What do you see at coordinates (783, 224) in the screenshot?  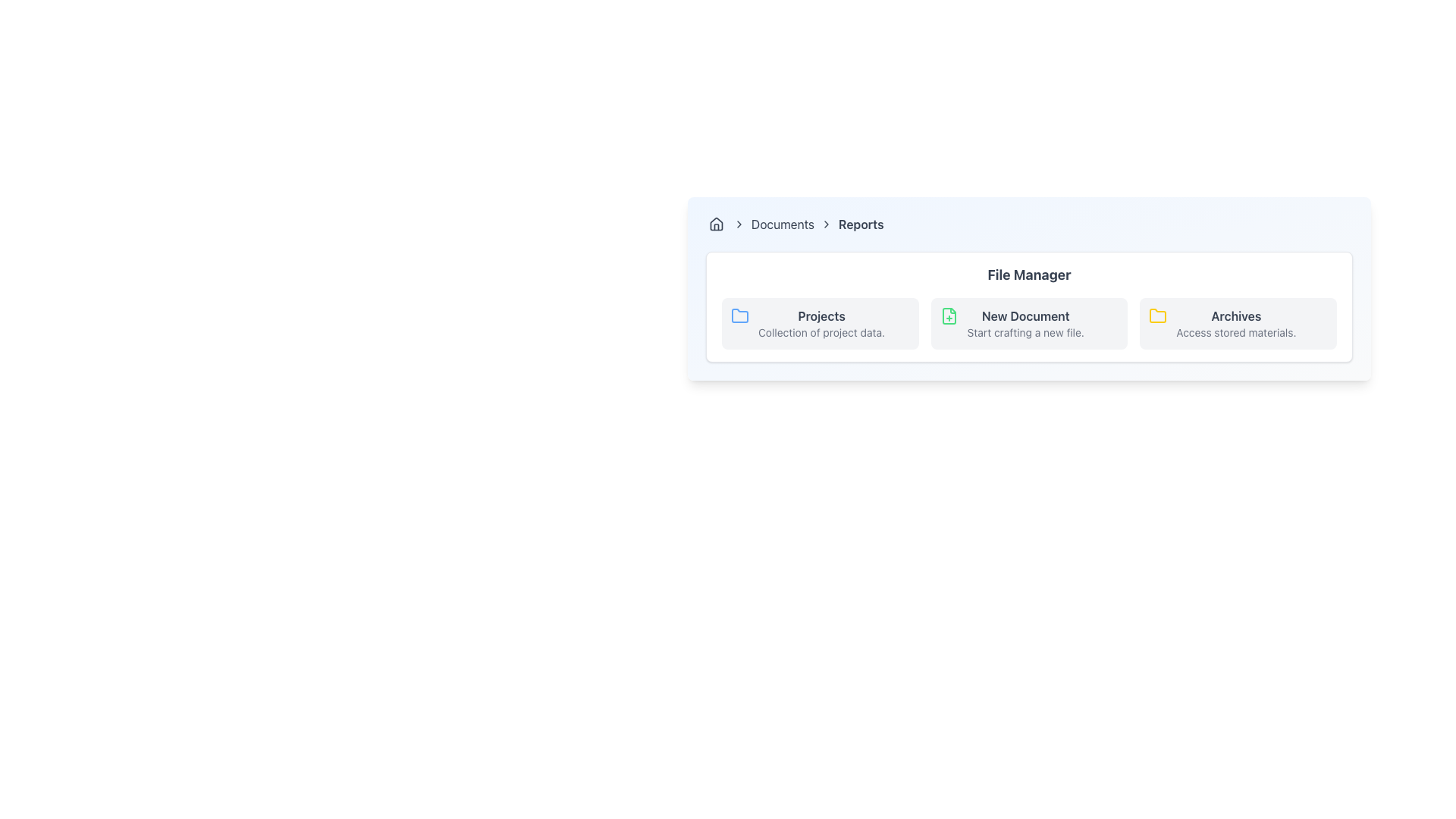 I see `the hyperlink labeled 'Documents' located in the breadcrumb navigation bar, which is the second interactive item positioned between a house icon and the 'Reports' text` at bounding box center [783, 224].